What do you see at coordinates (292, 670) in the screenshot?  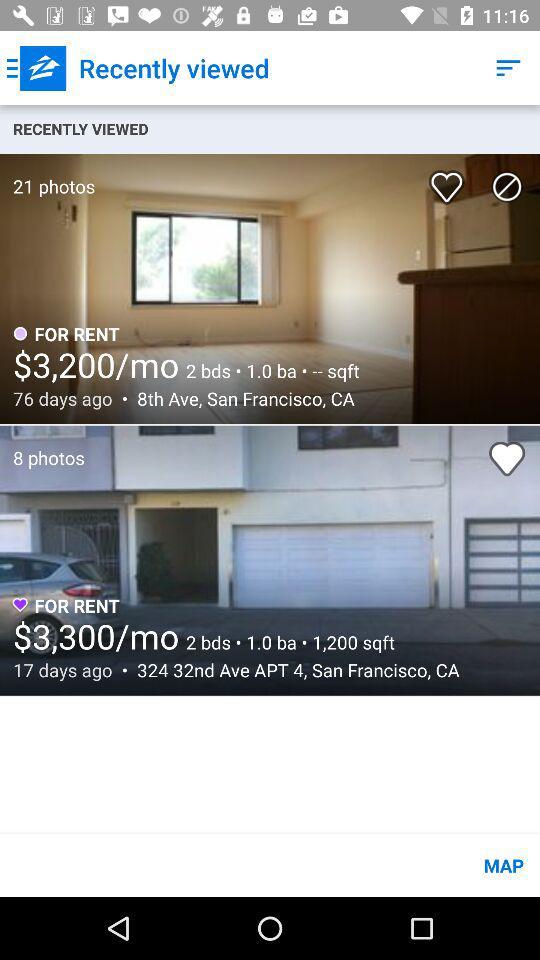 I see `324 32nd ave` at bounding box center [292, 670].